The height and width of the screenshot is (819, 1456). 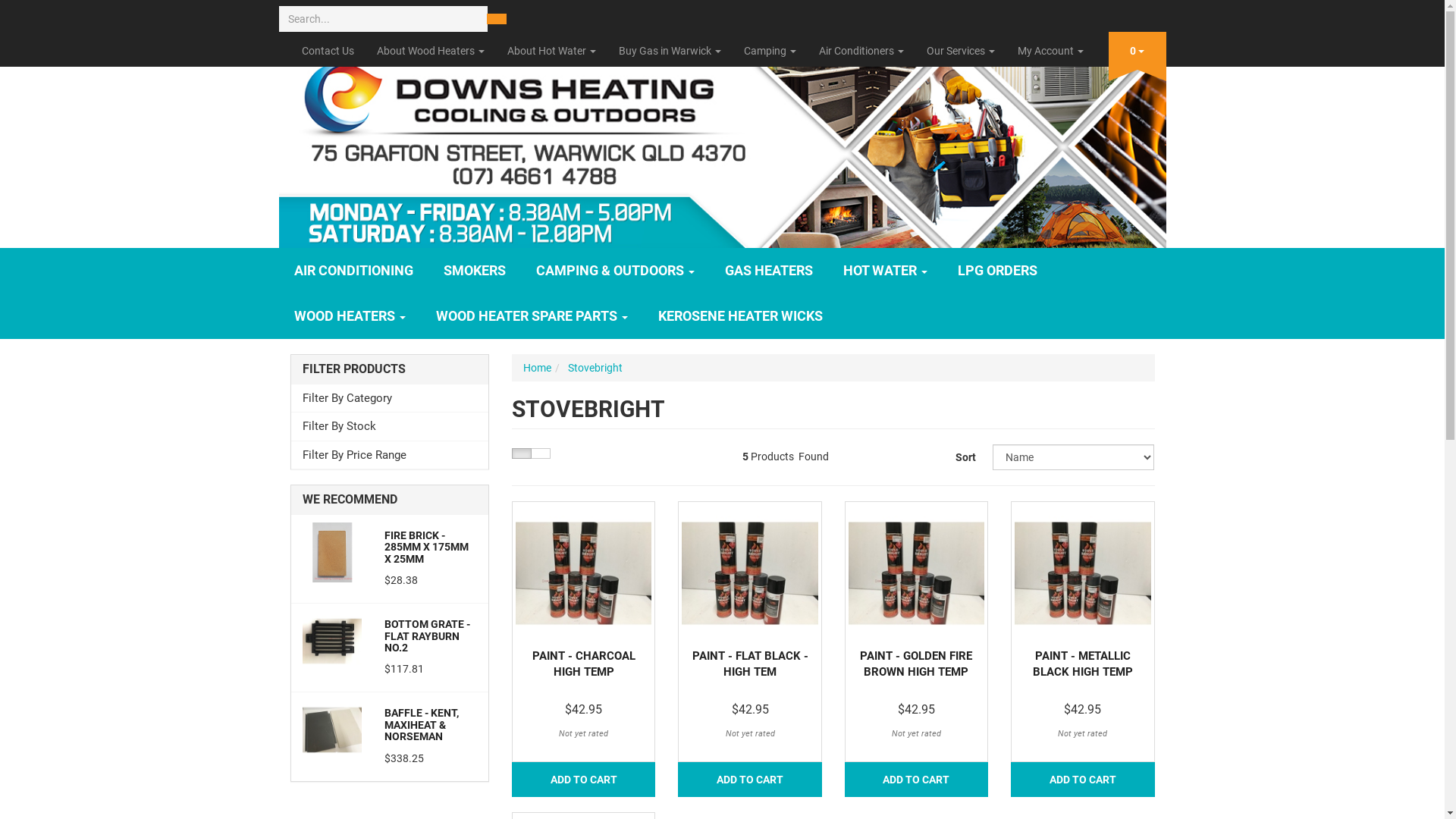 I want to click on 'LPG ORDERS', so click(x=941, y=270).